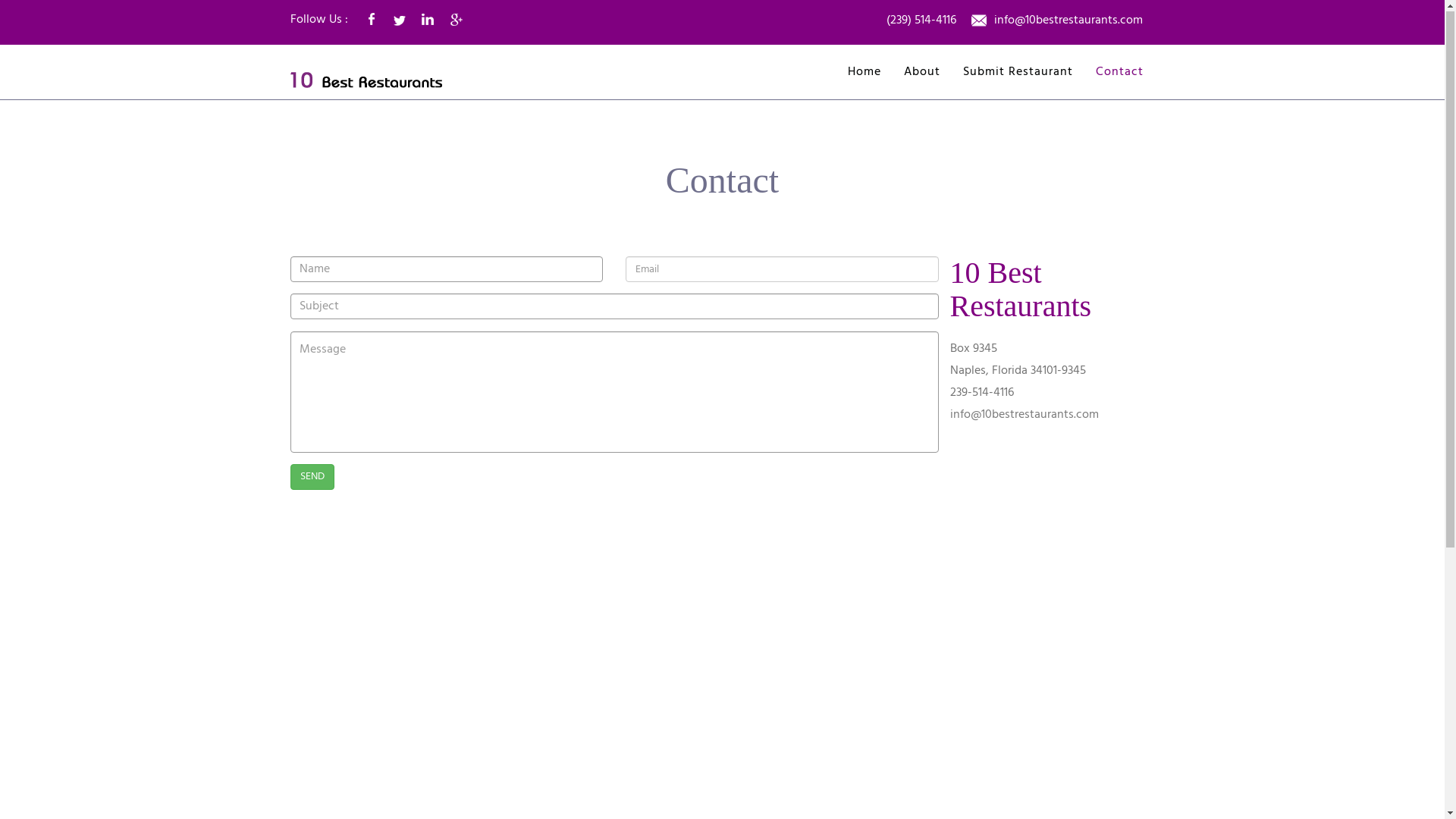 Image resolution: width=1456 pixels, height=819 pixels. I want to click on 'info@10bestrestaurants.com', so click(1023, 415).